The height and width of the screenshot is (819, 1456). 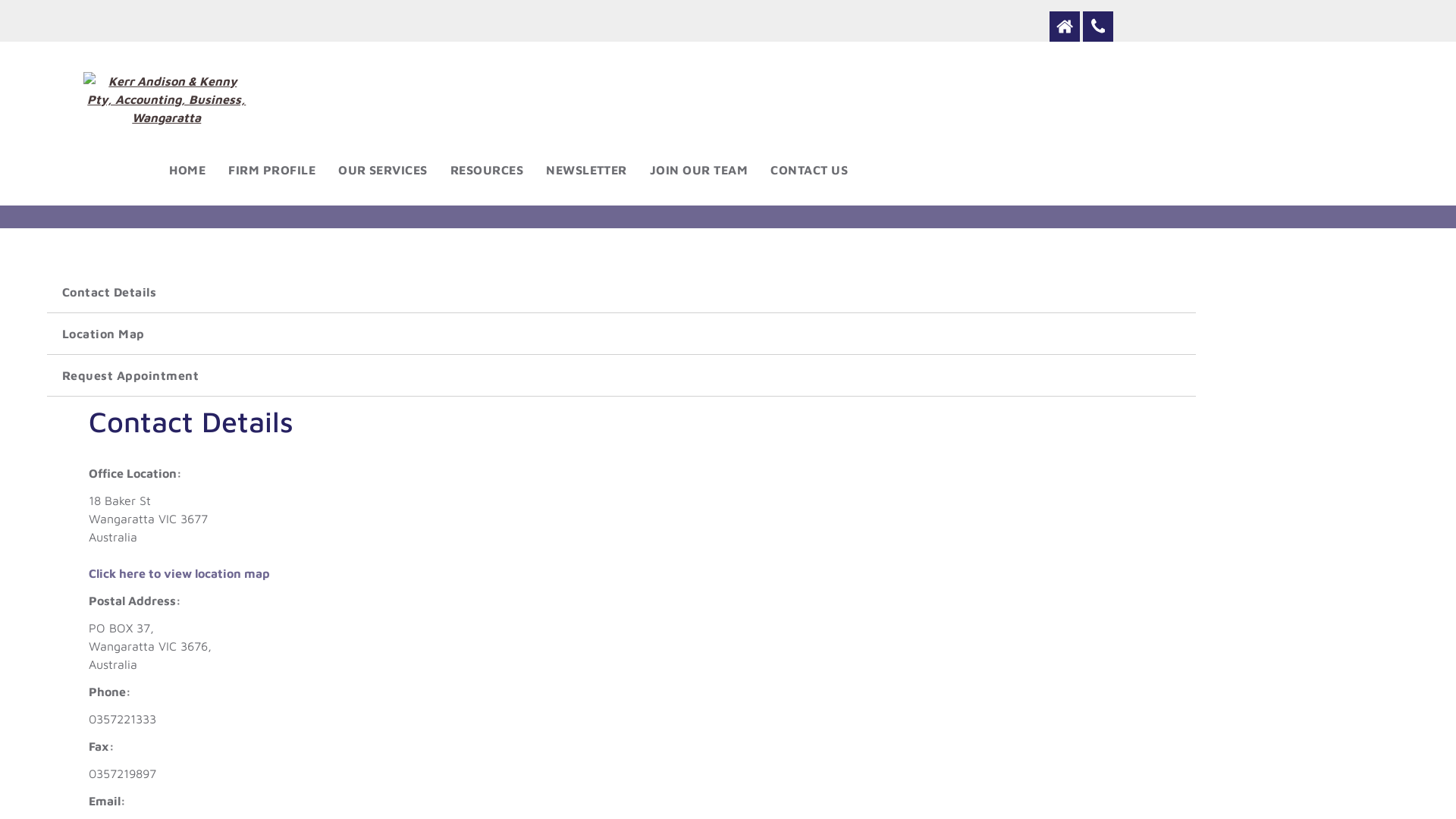 What do you see at coordinates (621, 332) in the screenshot?
I see `'Location Map'` at bounding box center [621, 332].